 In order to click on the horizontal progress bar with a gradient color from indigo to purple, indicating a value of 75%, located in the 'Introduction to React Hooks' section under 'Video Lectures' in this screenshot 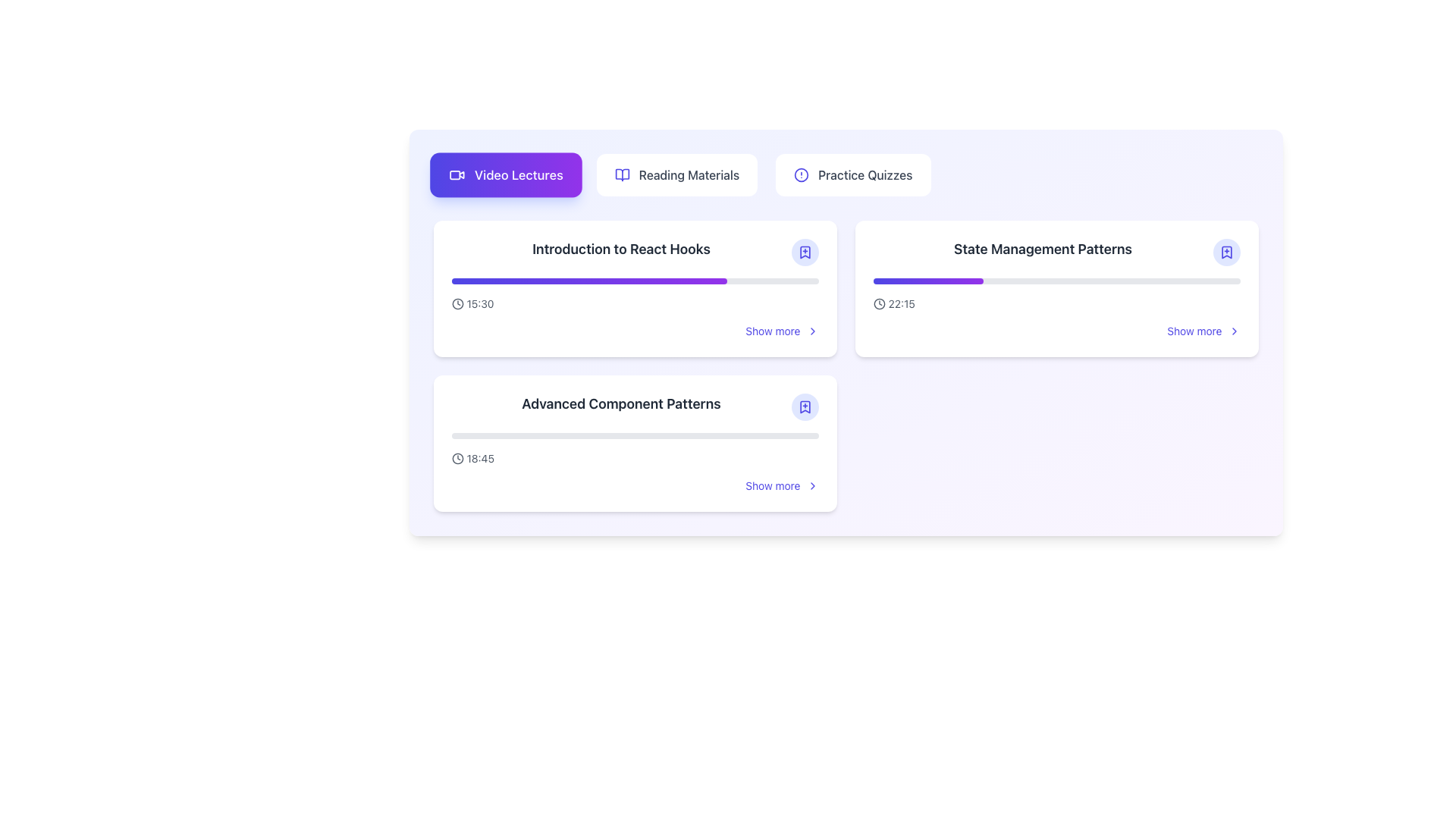, I will do `click(635, 281)`.